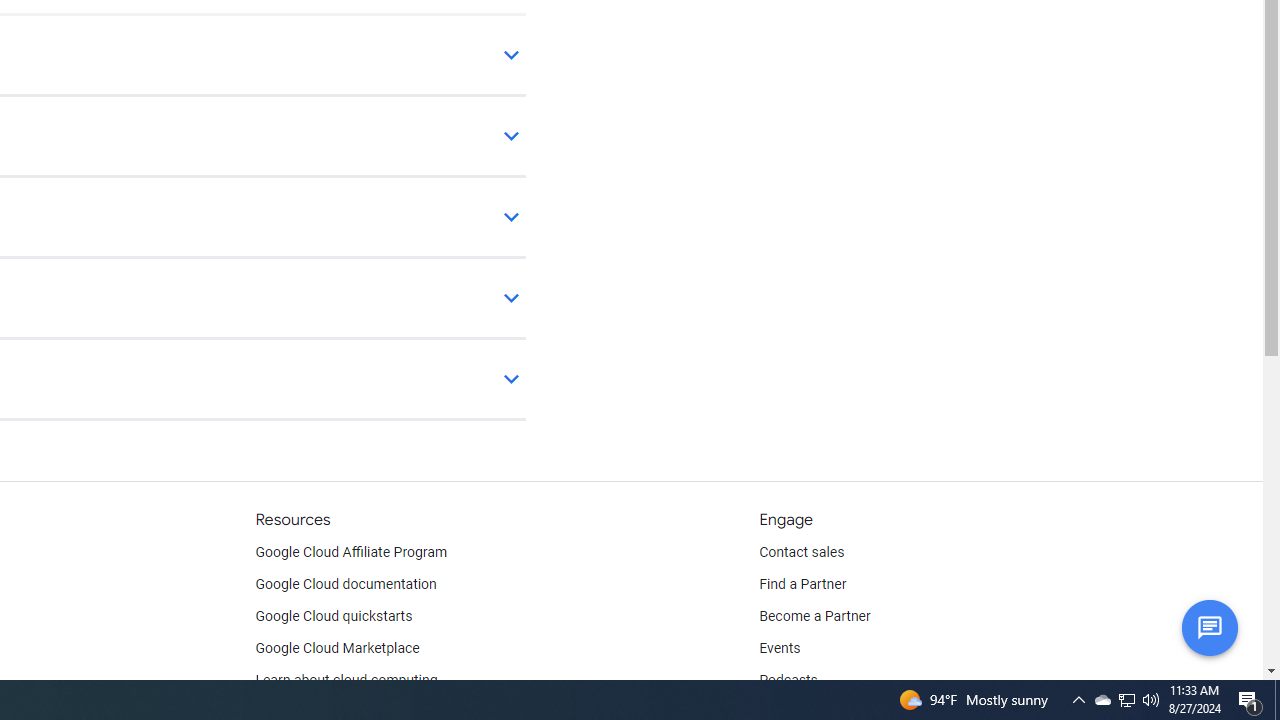 The width and height of the screenshot is (1280, 720). Describe the element at coordinates (779, 649) in the screenshot. I see `'Events'` at that location.